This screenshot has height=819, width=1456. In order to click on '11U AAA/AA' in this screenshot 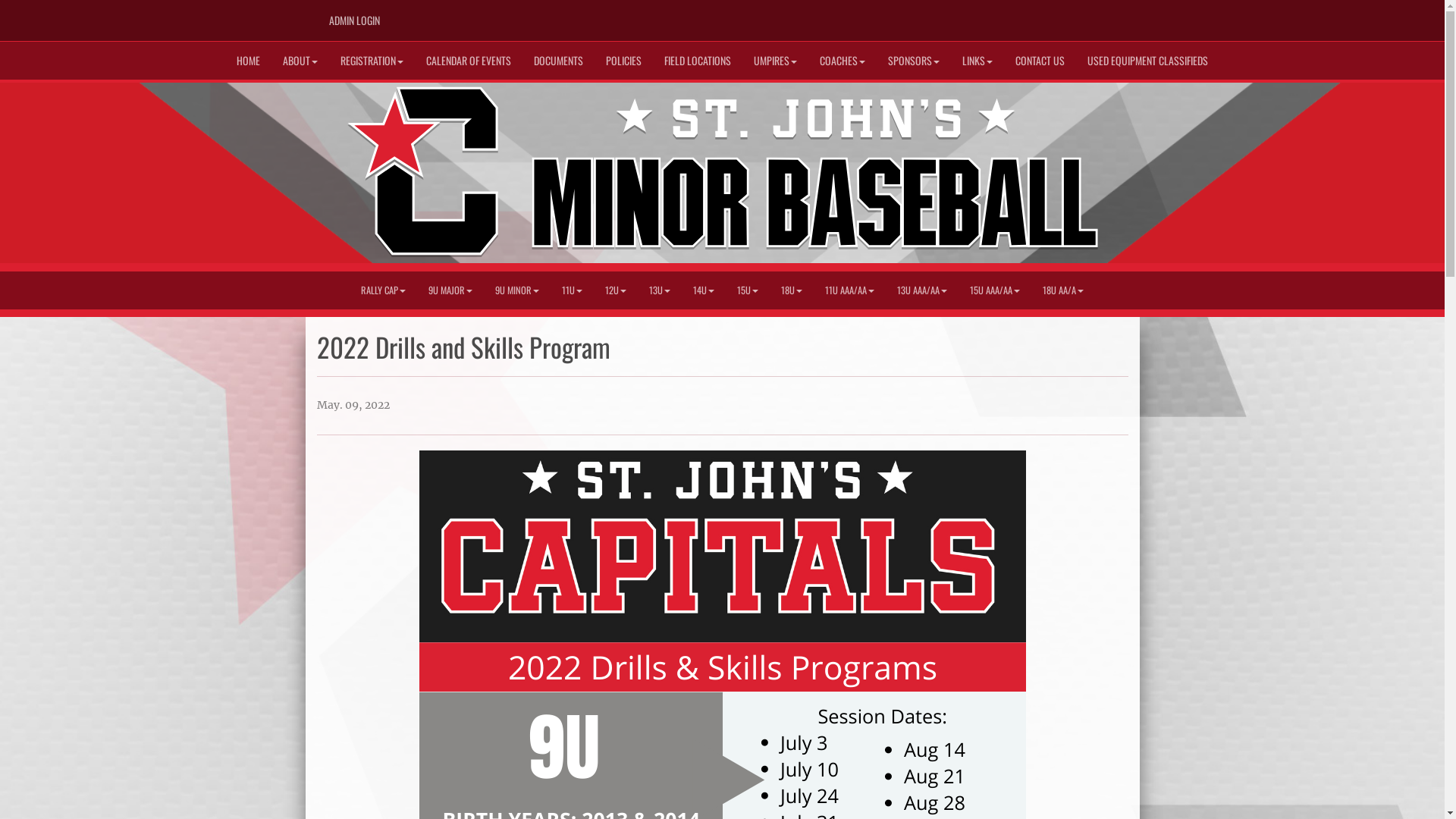, I will do `click(849, 290)`.